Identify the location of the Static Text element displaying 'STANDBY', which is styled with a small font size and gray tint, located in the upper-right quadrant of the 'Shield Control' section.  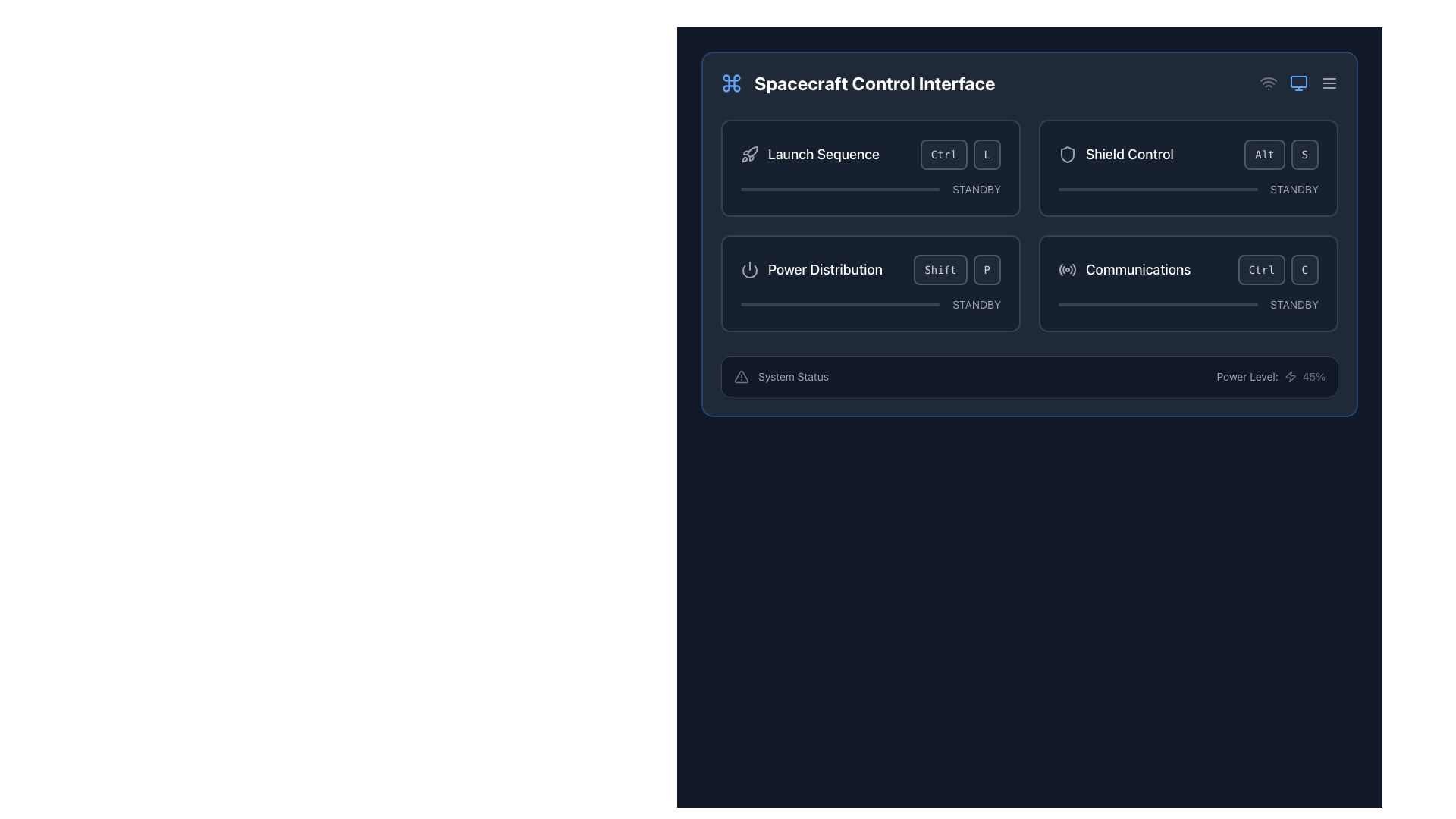
(1294, 189).